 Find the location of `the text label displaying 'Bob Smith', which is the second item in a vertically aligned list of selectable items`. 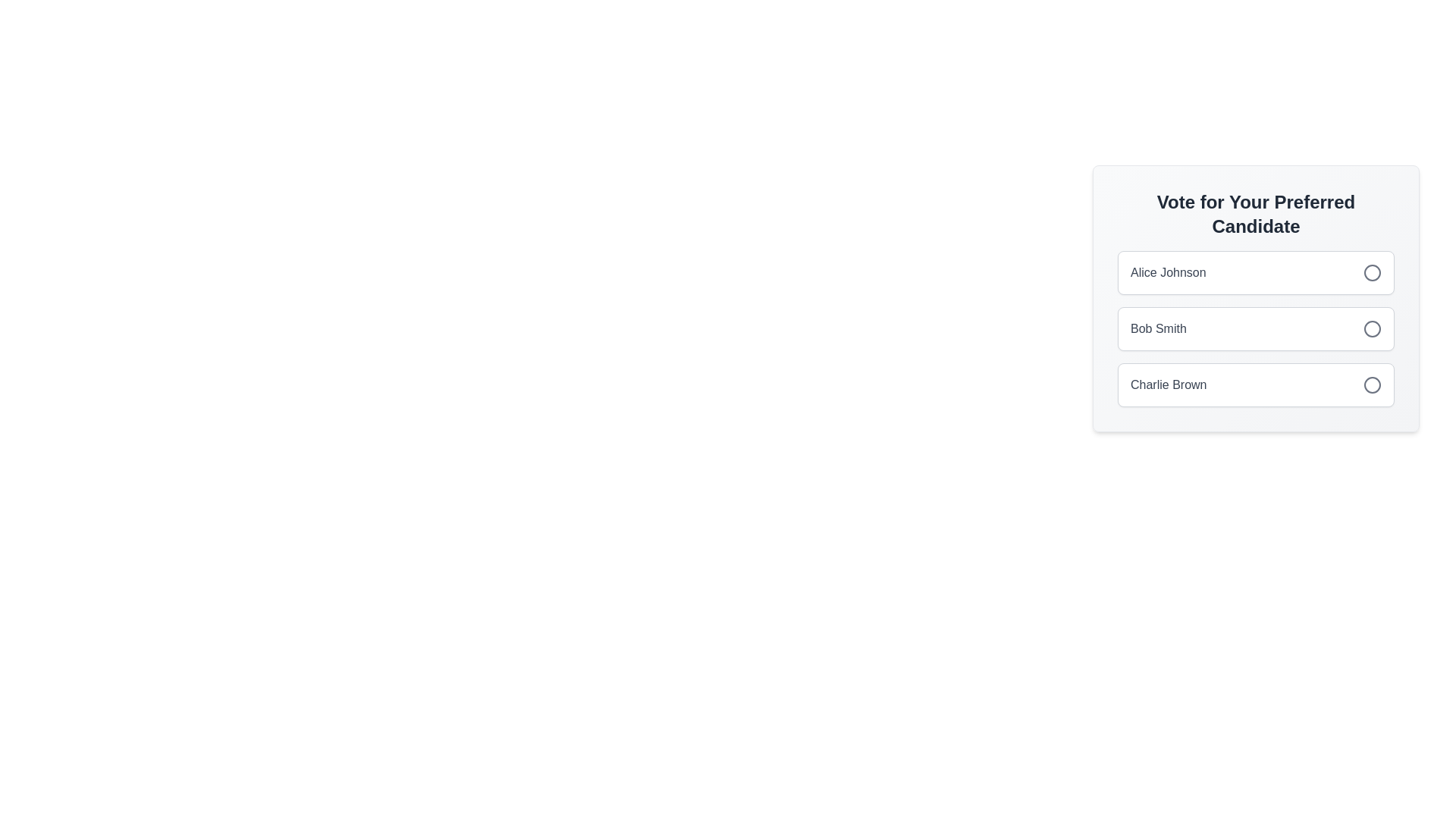

the text label displaying 'Bob Smith', which is the second item in a vertically aligned list of selectable items is located at coordinates (1157, 328).